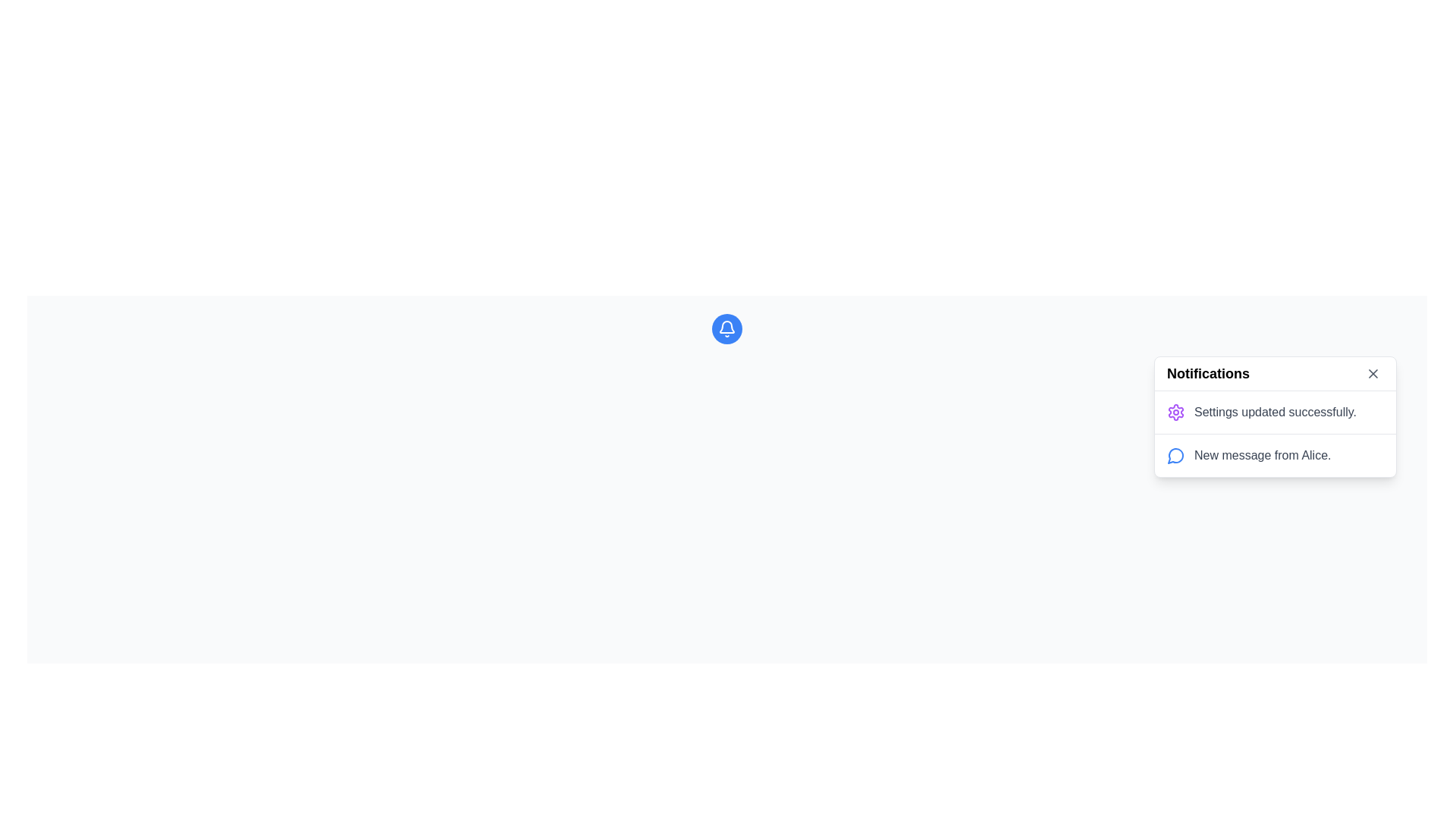 The image size is (1456, 819). Describe the element at coordinates (1373, 374) in the screenshot. I see `the 'X' shaped close icon located at the upper-right corner of the notification panel` at that location.